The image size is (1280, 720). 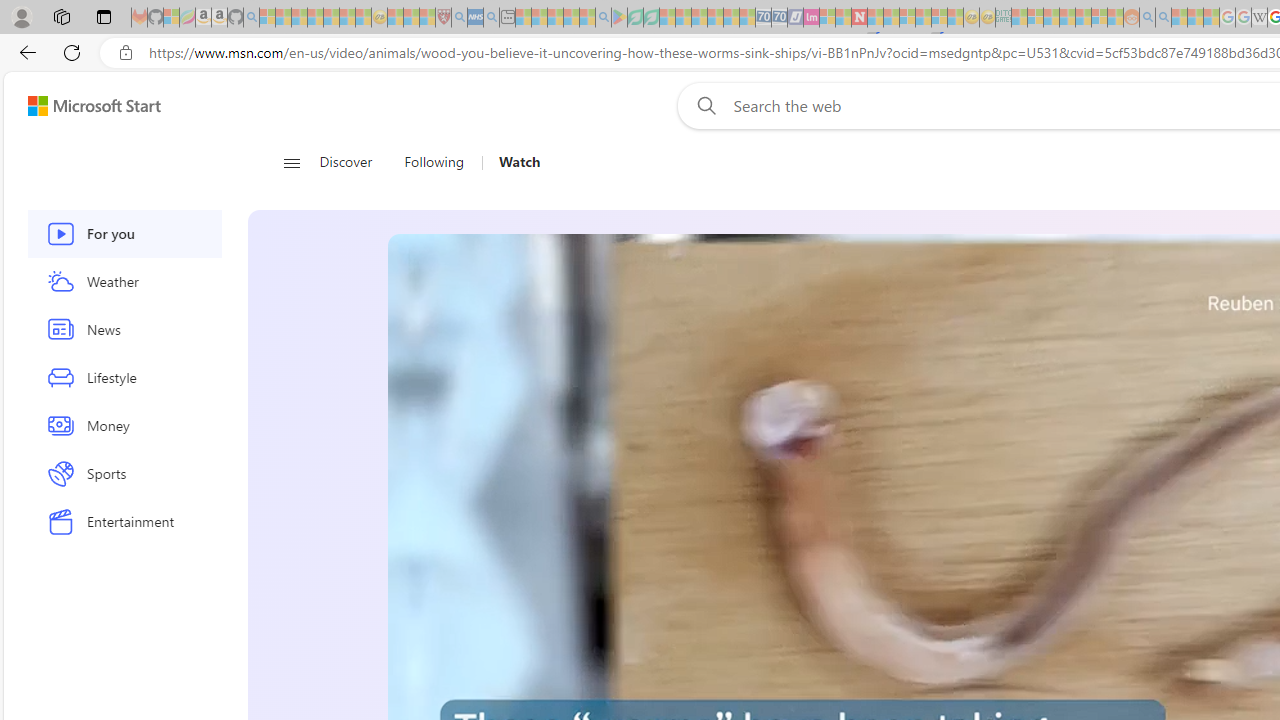 I want to click on 'Skip to footer', so click(x=81, y=105).